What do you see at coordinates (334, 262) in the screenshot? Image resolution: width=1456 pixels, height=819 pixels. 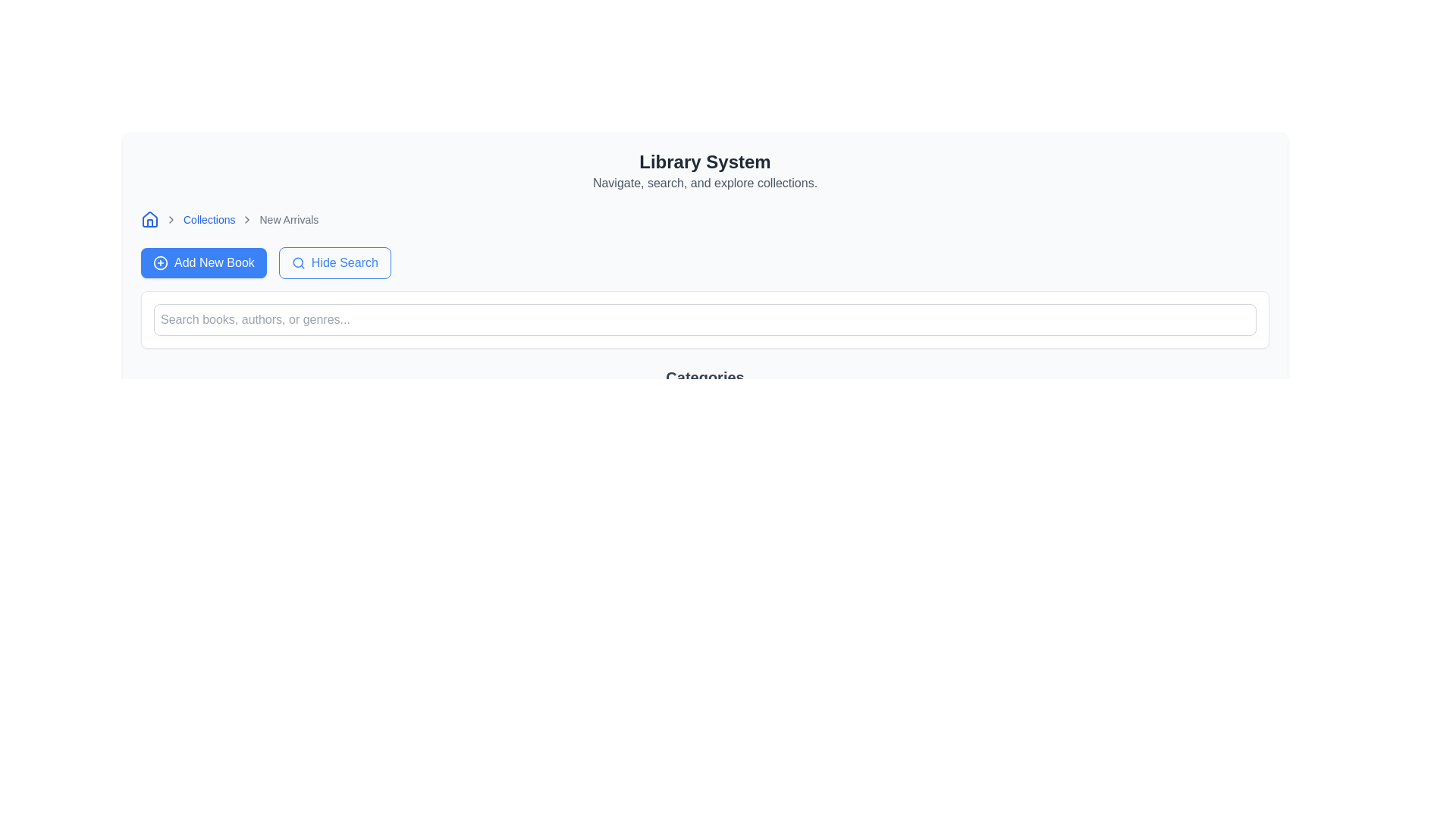 I see `the 'Hide Search' button in the header section, which is a rounded rectangular button with light blue text and a magnifying glass icon` at bounding box center [334, 262].